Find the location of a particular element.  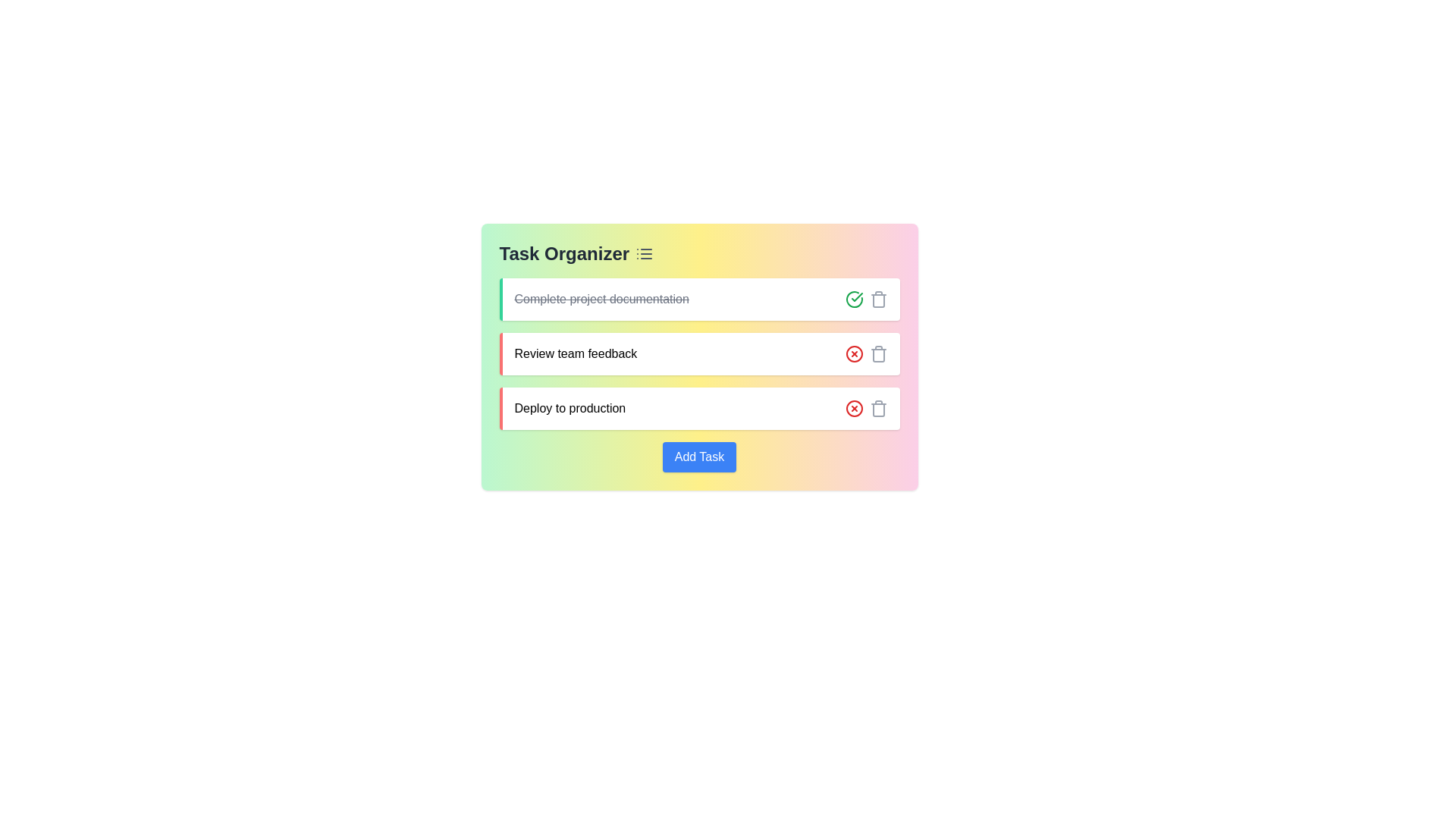

the main body of the trash bin icon within the 'Deploy to production' task row in the task management interface is located at coordinates (878, 409).